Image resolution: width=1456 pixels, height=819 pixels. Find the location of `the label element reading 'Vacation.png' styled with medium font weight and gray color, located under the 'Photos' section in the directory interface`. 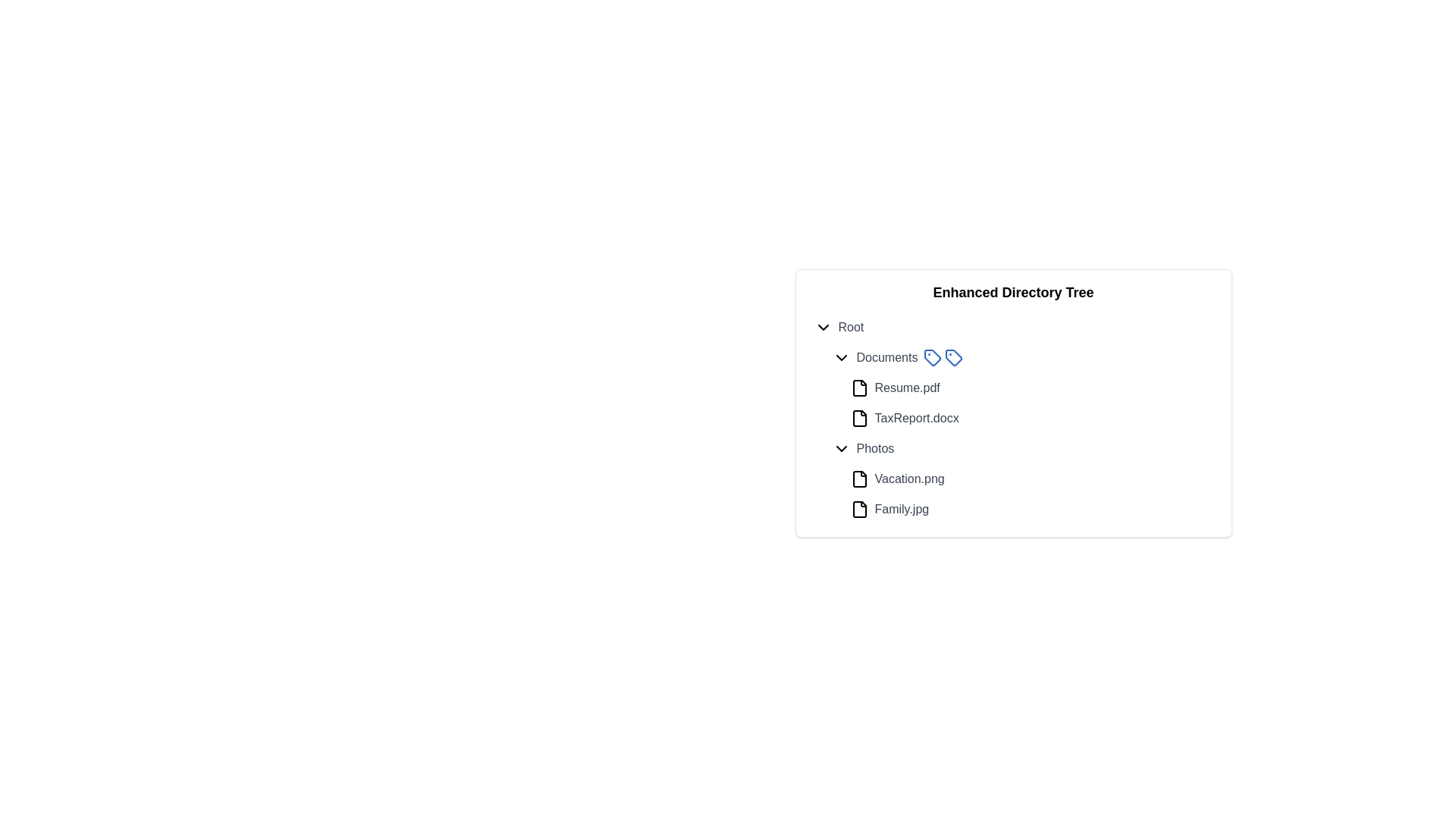

the label element reading 'Vacation.png' styled with medium font weight and gray color, located under the 'Photos' section in the directory interface is located at coordinates (909, 479).